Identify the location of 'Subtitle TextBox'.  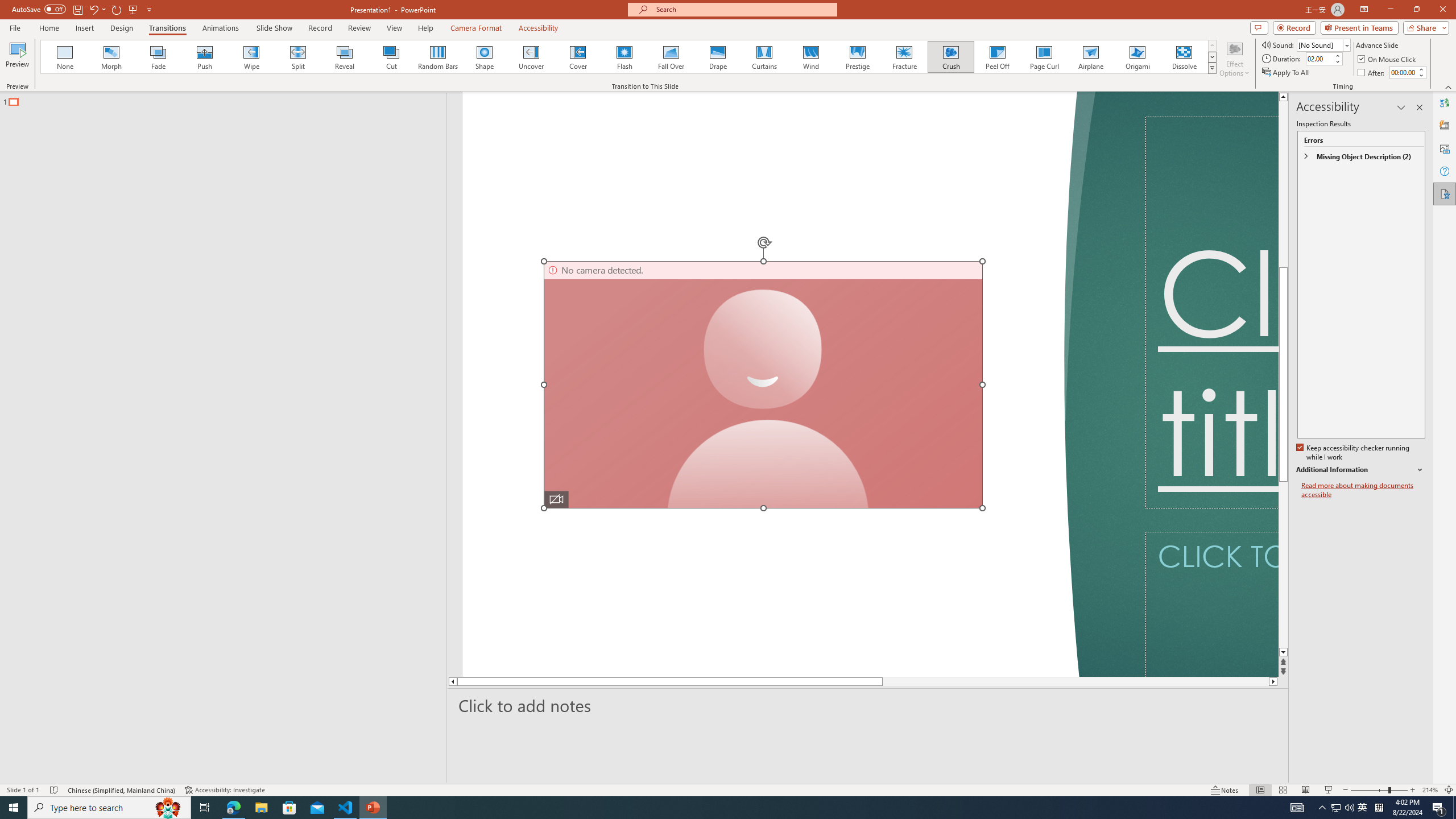
(1212, 603).